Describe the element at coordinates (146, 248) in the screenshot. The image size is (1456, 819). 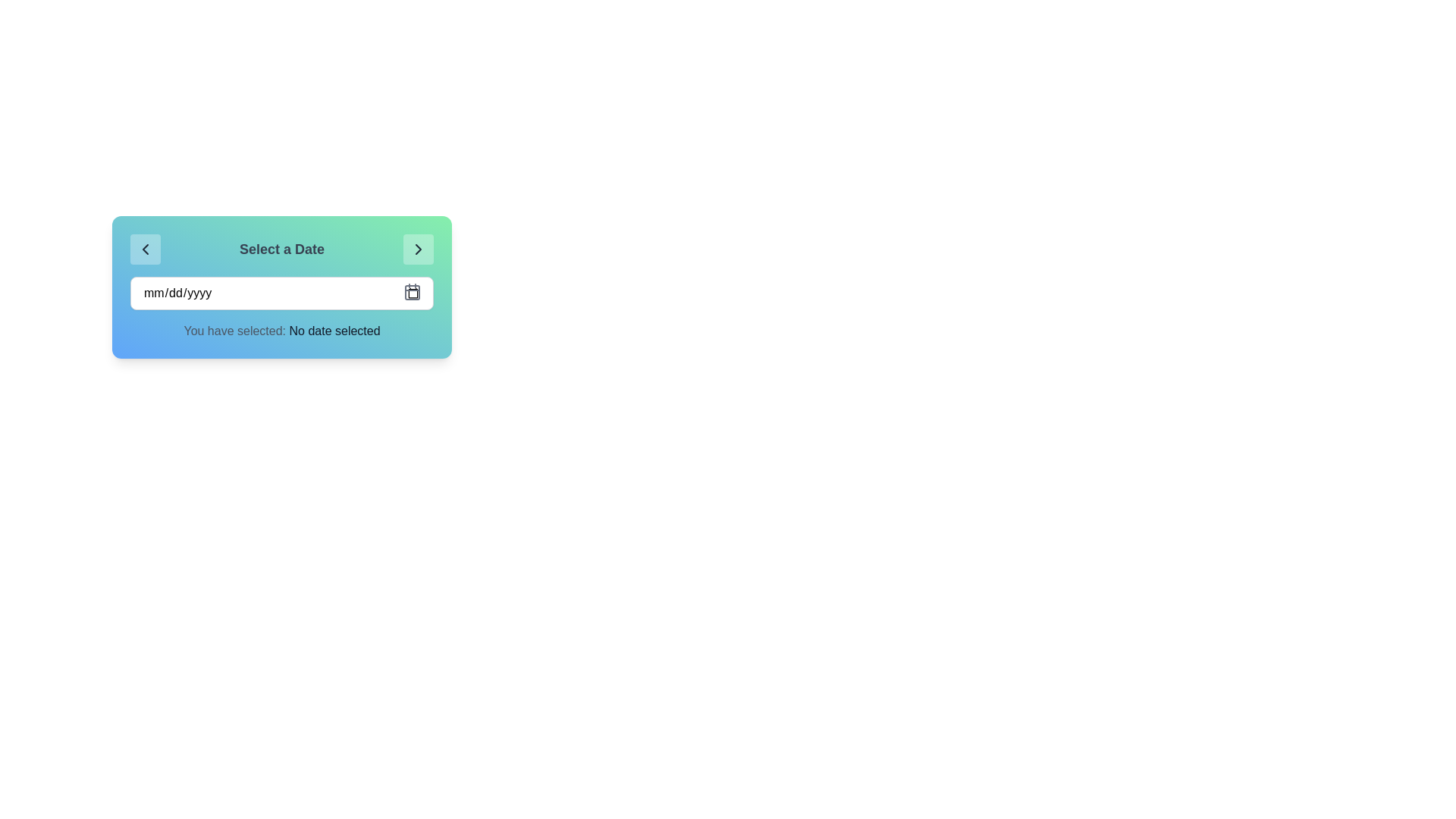
I see `the navigation control button located in the top-left corner of the teal and green gradient box labeled 'Select a Date'` at that location.